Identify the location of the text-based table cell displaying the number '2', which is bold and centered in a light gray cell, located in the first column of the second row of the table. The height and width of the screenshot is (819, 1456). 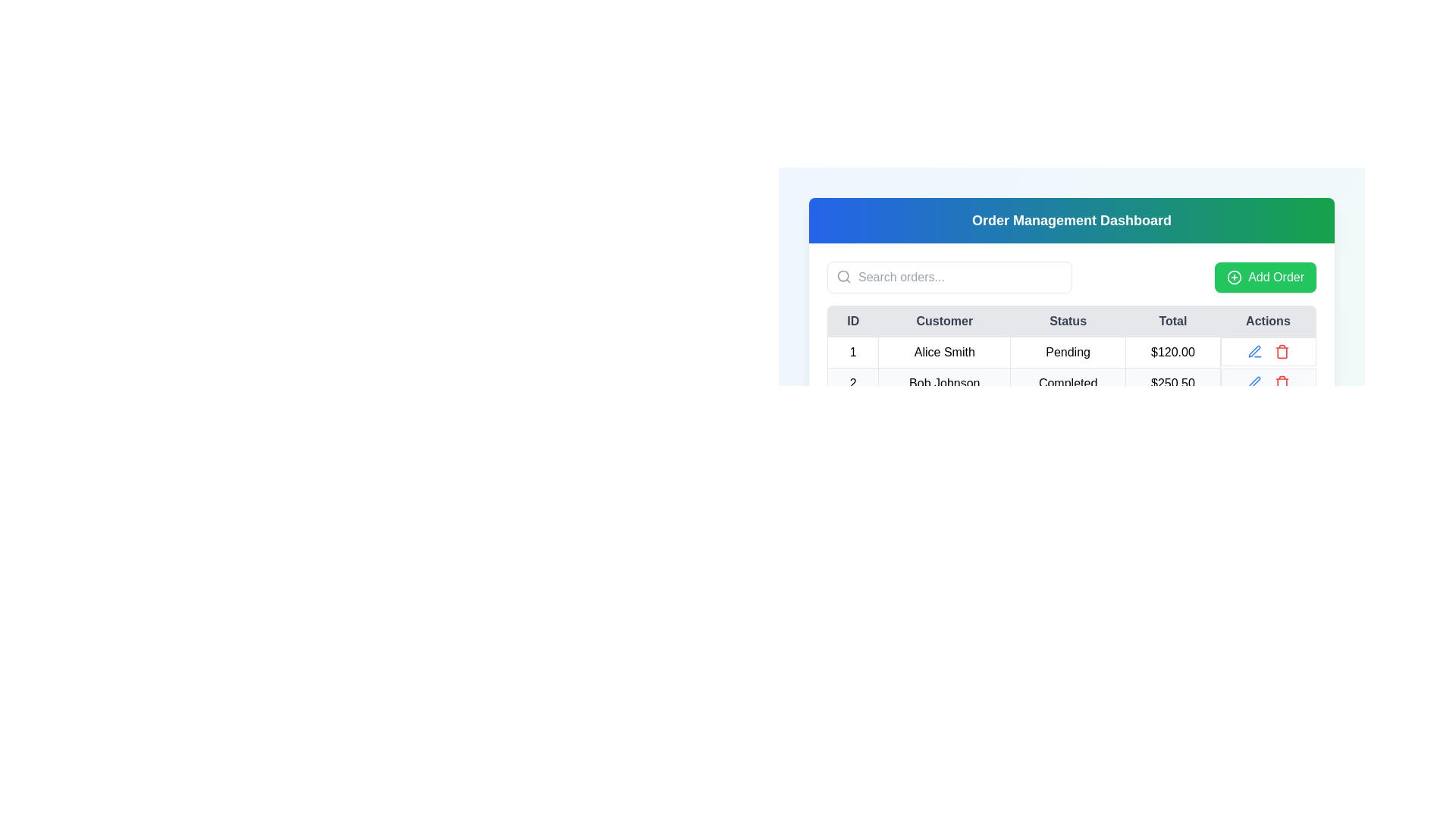
(853, 382).